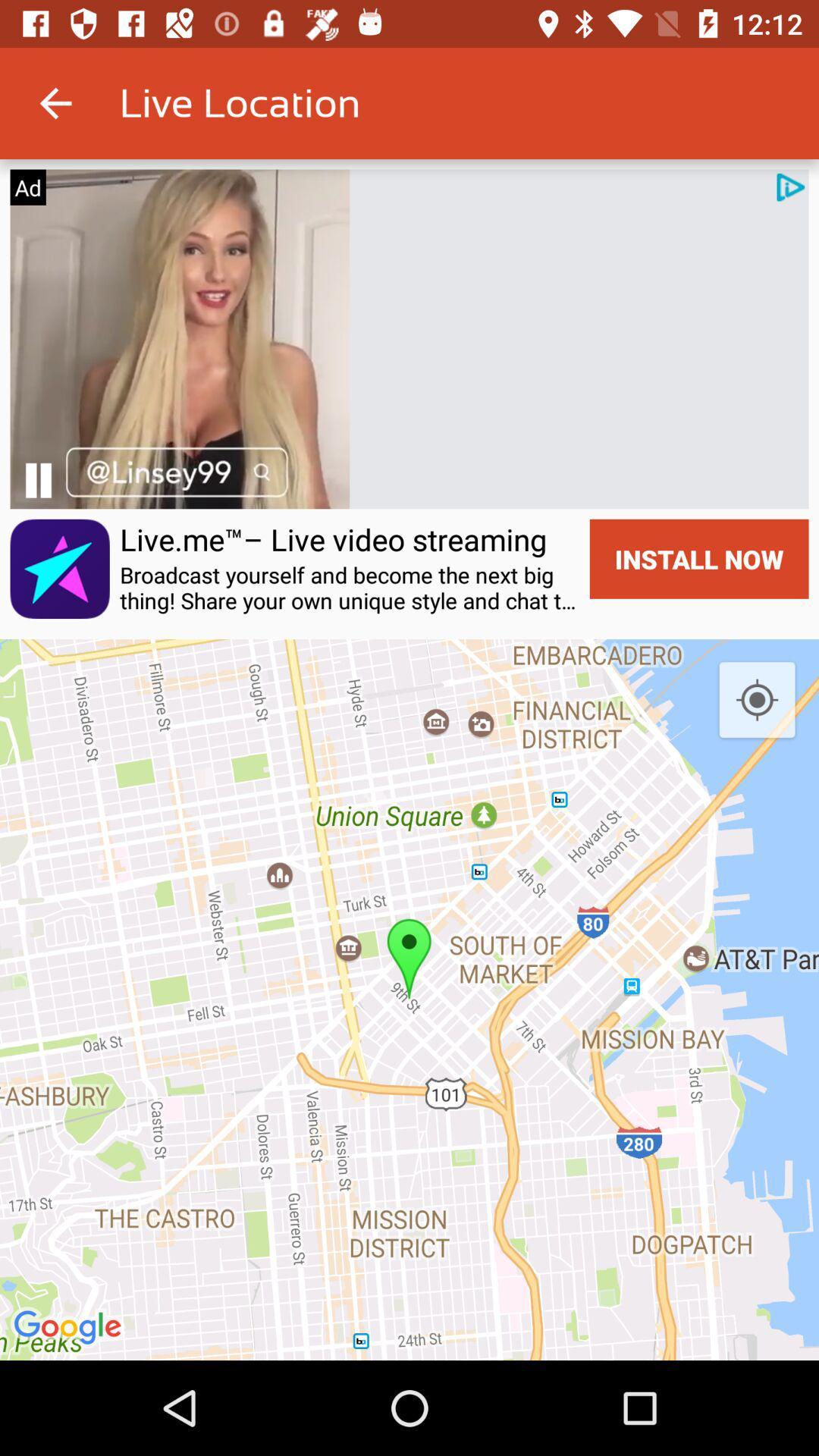  I want to click on item to the left of the live me live, so click(59, 568).